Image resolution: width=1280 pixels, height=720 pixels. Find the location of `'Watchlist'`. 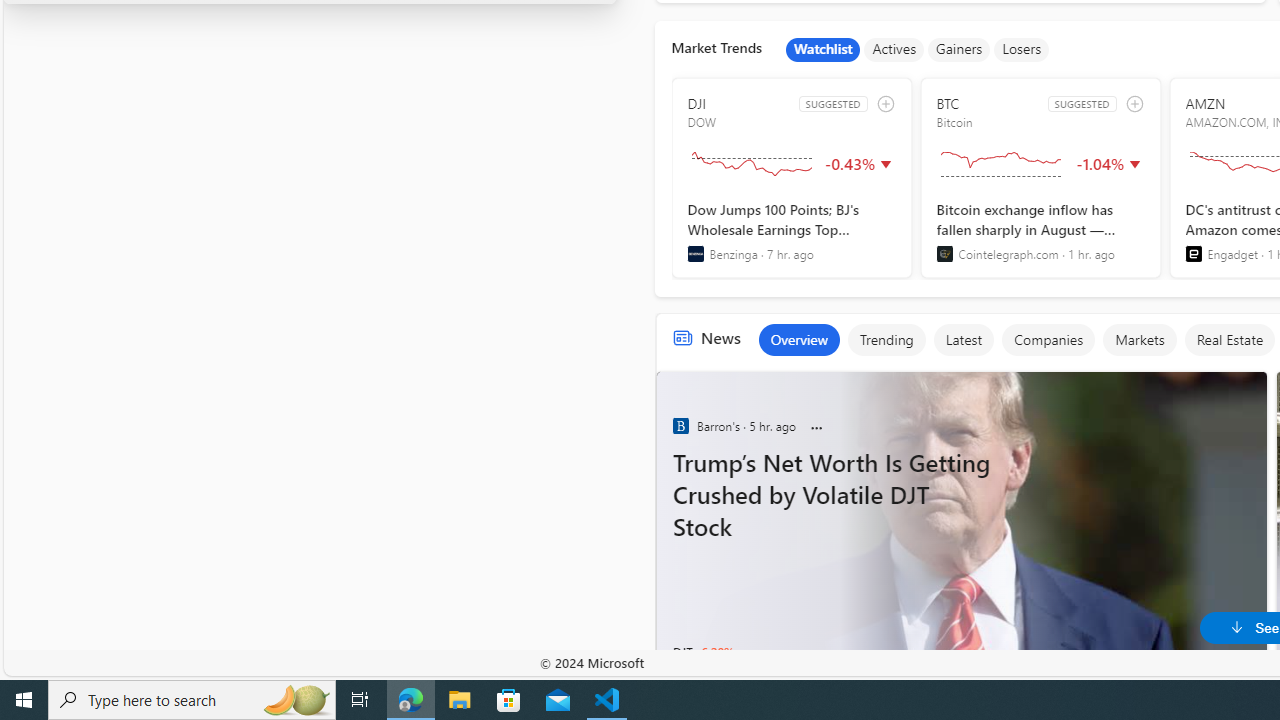

'Watchlist' is located at coordinates (823, 49).